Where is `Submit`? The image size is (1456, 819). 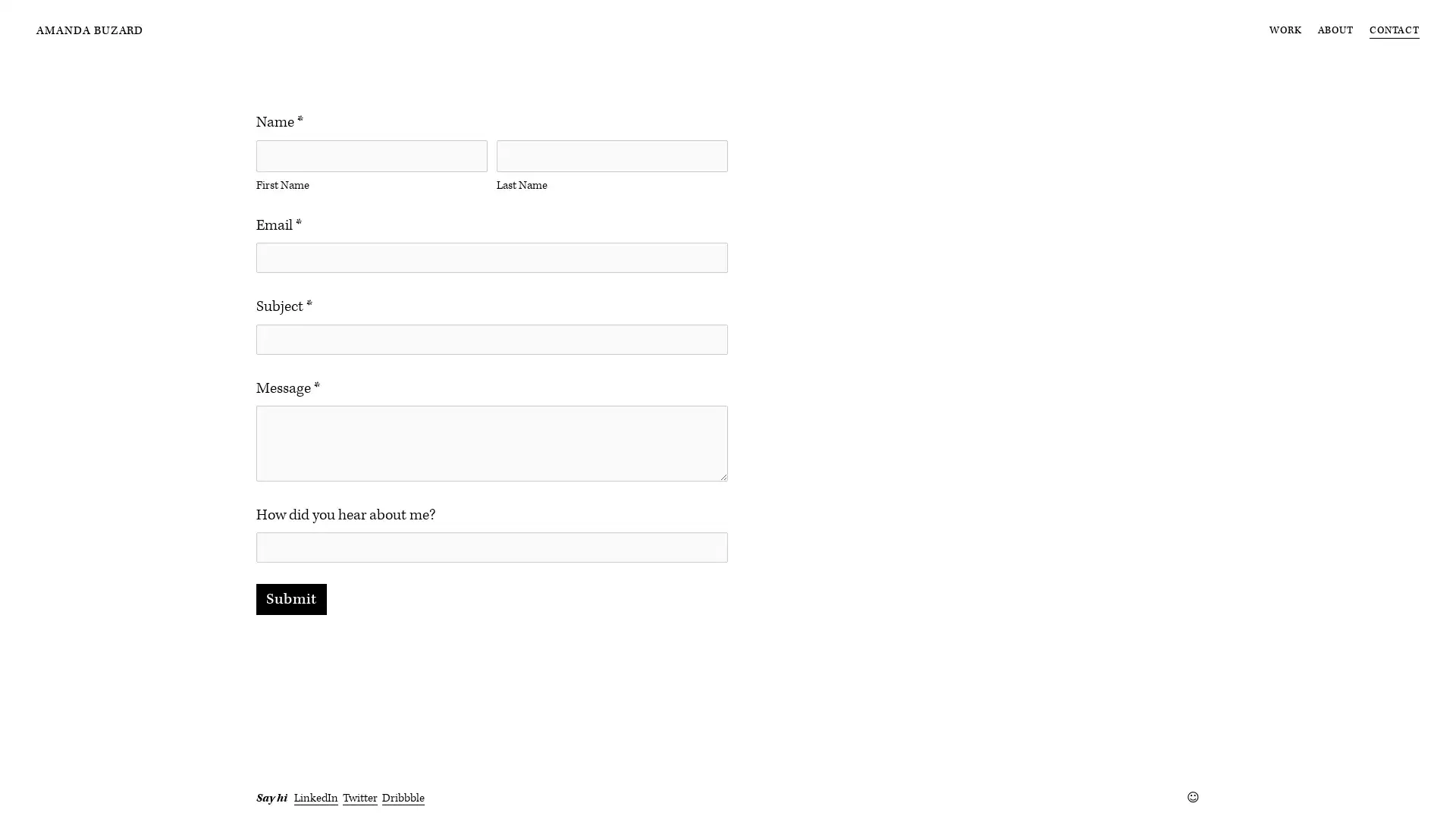
Submit is located at coordinates (291, 642).